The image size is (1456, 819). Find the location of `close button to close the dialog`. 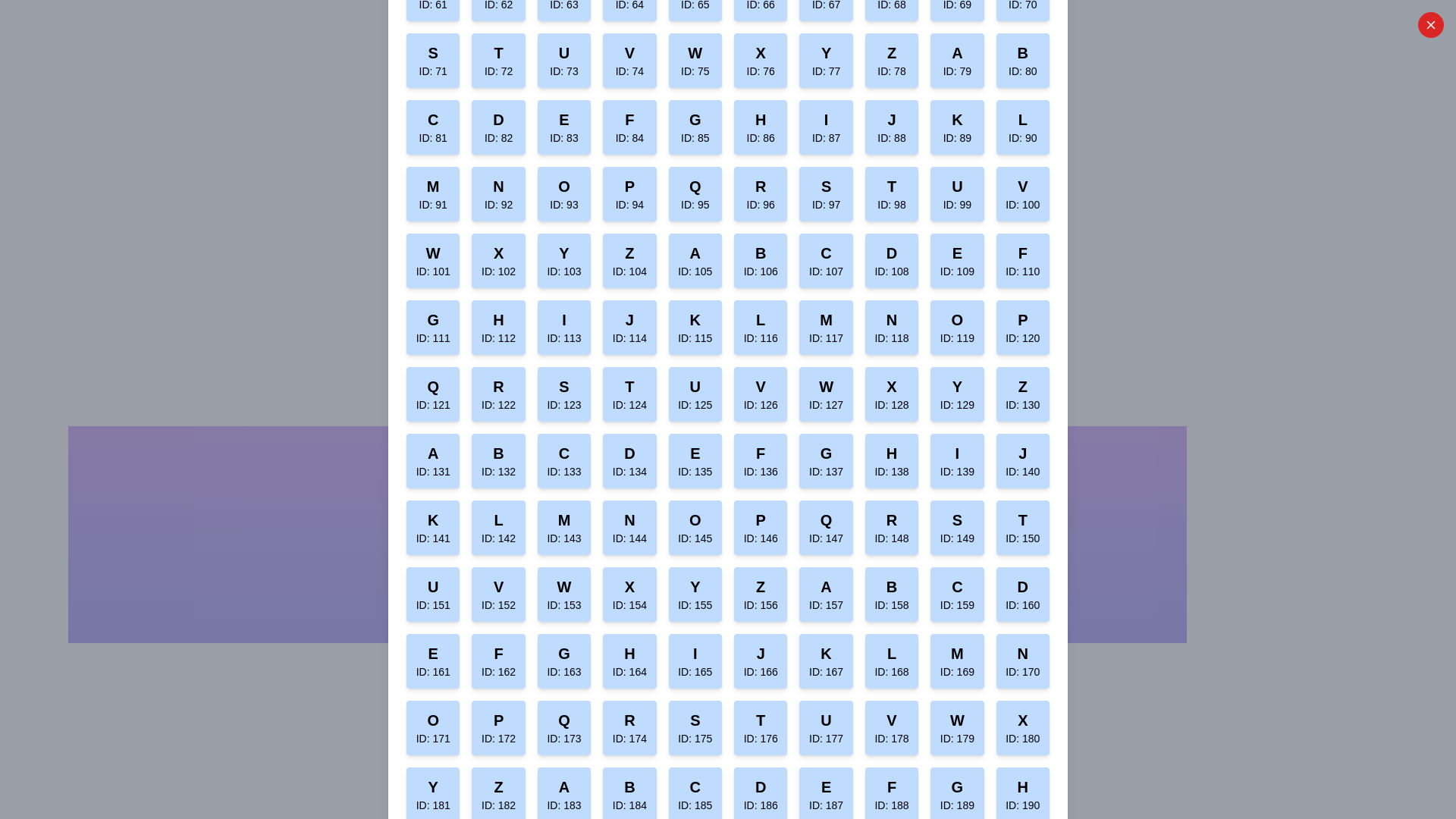

close button to close the dialog is located at coordinates (1429, 25).